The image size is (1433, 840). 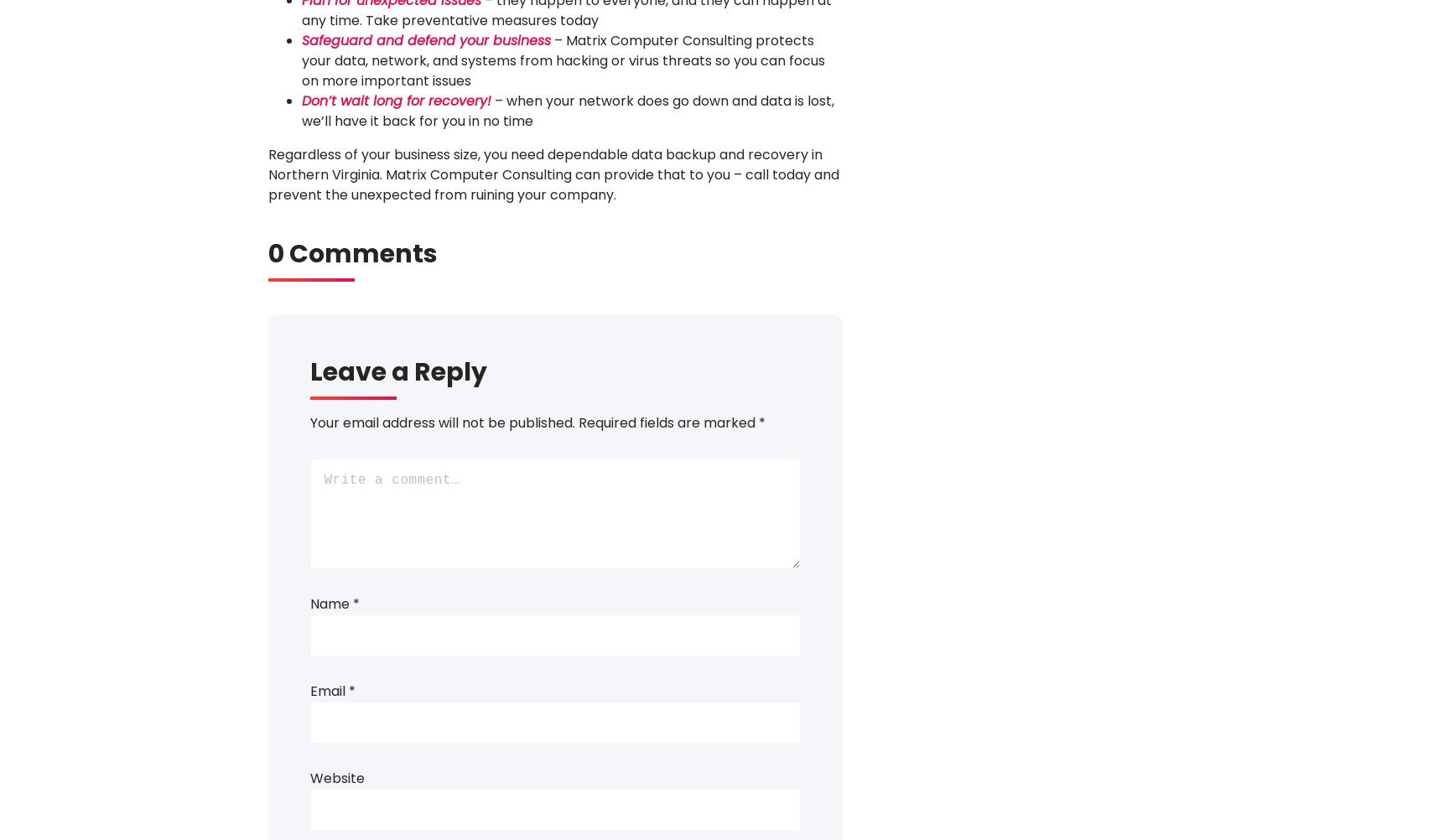 I want to click on '– when your network does go down and data is lost, we’ll have it back for you in no time', so click(x=300, y=110).